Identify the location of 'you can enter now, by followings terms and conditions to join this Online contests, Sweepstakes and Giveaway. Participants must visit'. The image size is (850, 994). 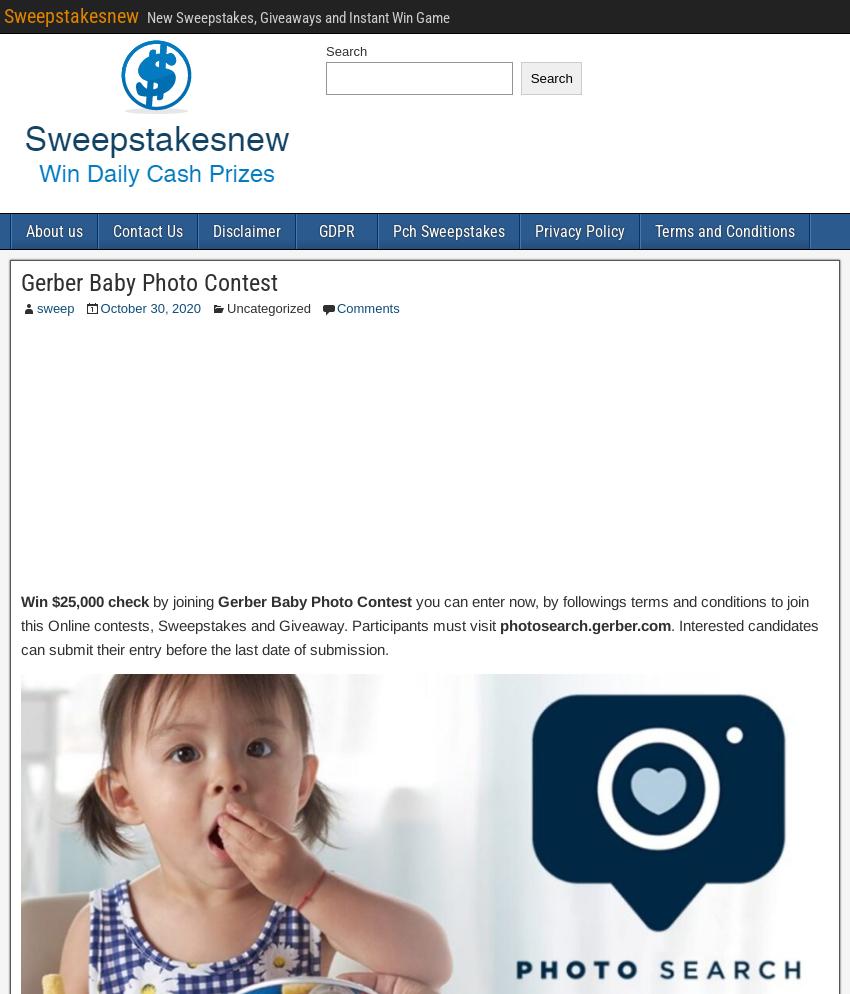
(414, 612).